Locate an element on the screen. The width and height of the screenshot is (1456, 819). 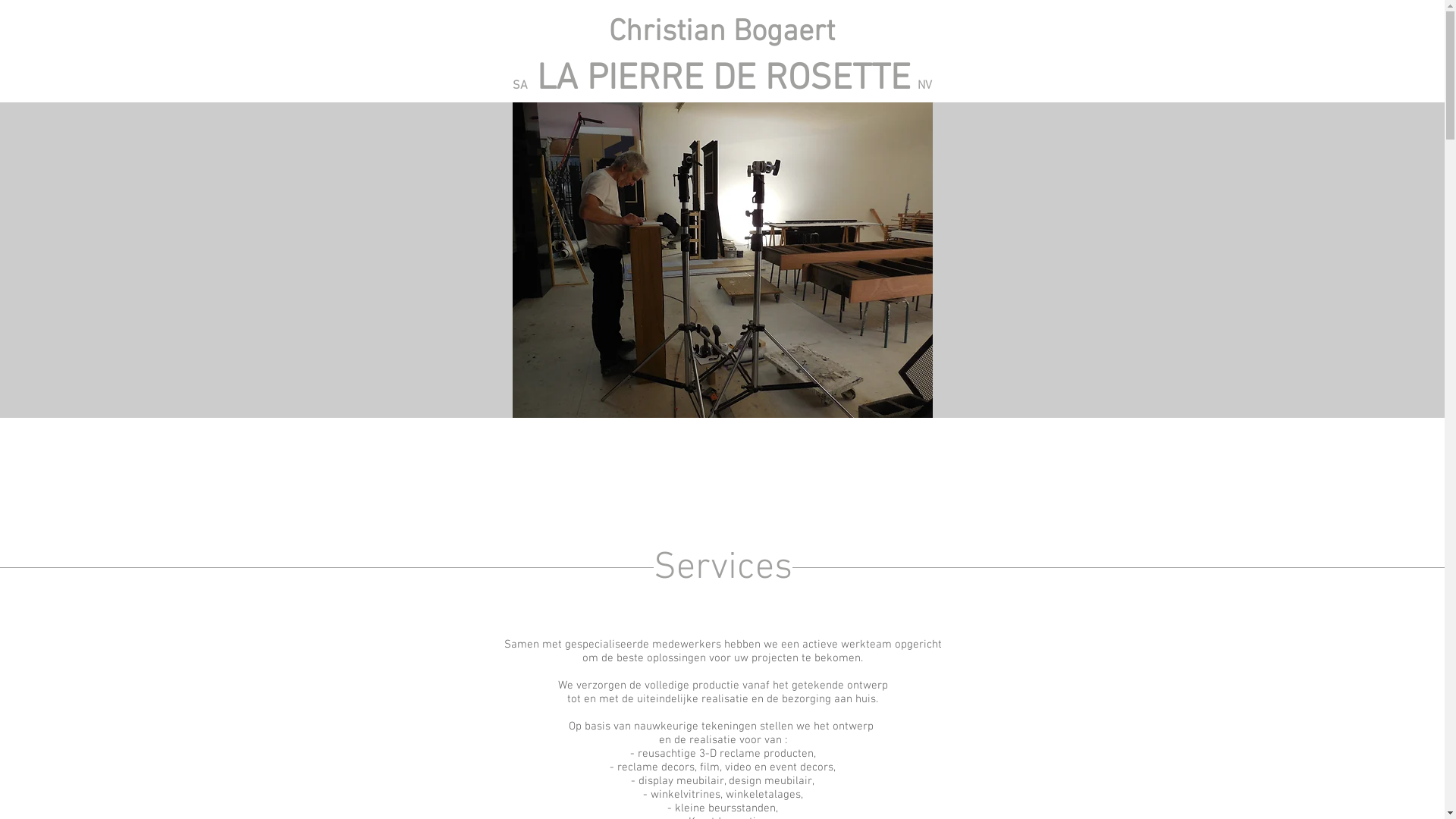
'Christian Bogaert' is located at coordinates (720, 32).